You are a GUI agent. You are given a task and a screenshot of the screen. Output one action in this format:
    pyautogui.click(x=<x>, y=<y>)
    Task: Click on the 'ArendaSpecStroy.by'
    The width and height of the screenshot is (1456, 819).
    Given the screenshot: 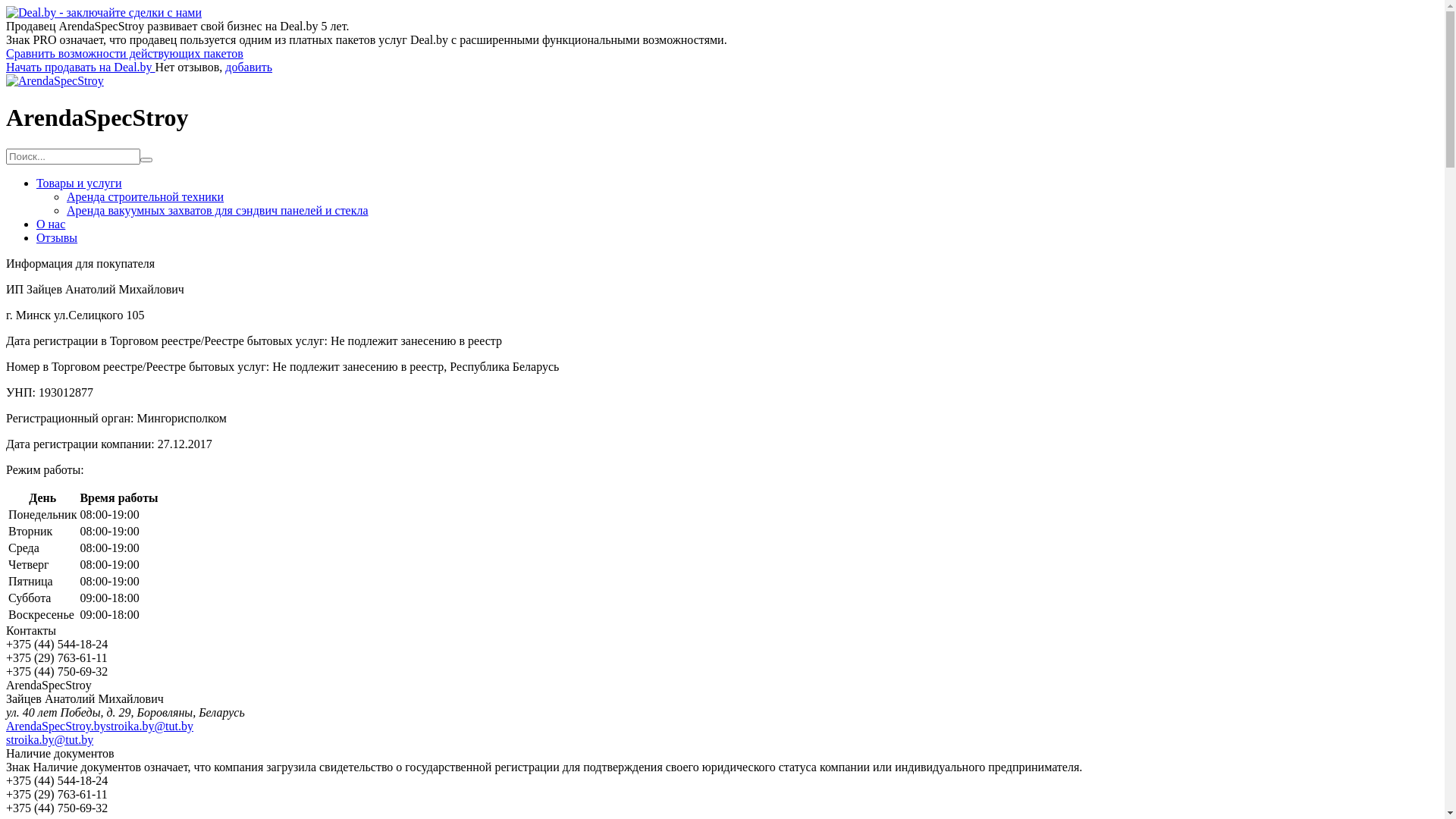 What is the action you would take?
    pyautogui.click(x=55, y=725)
    